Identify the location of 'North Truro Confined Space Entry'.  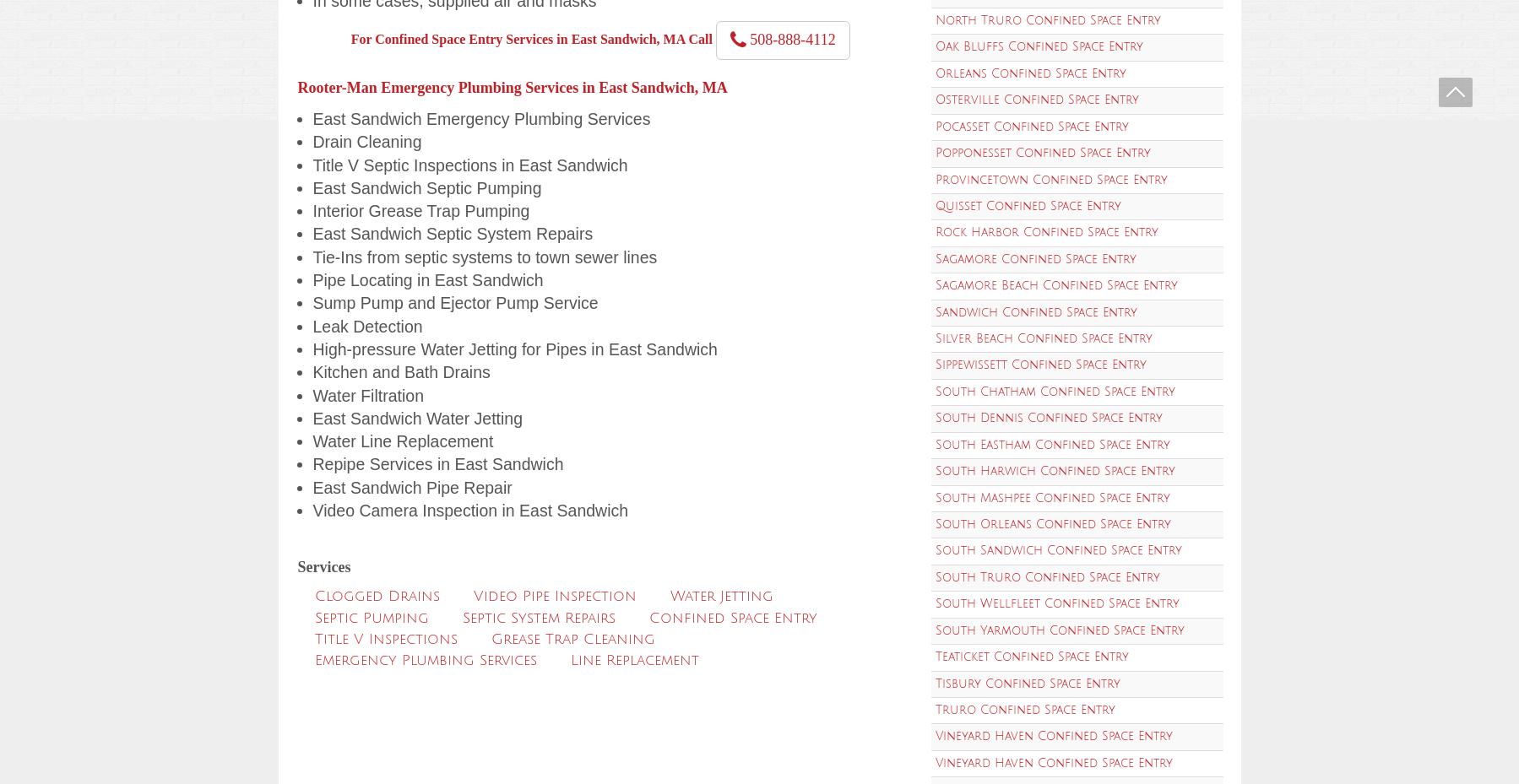
(1047, 19).